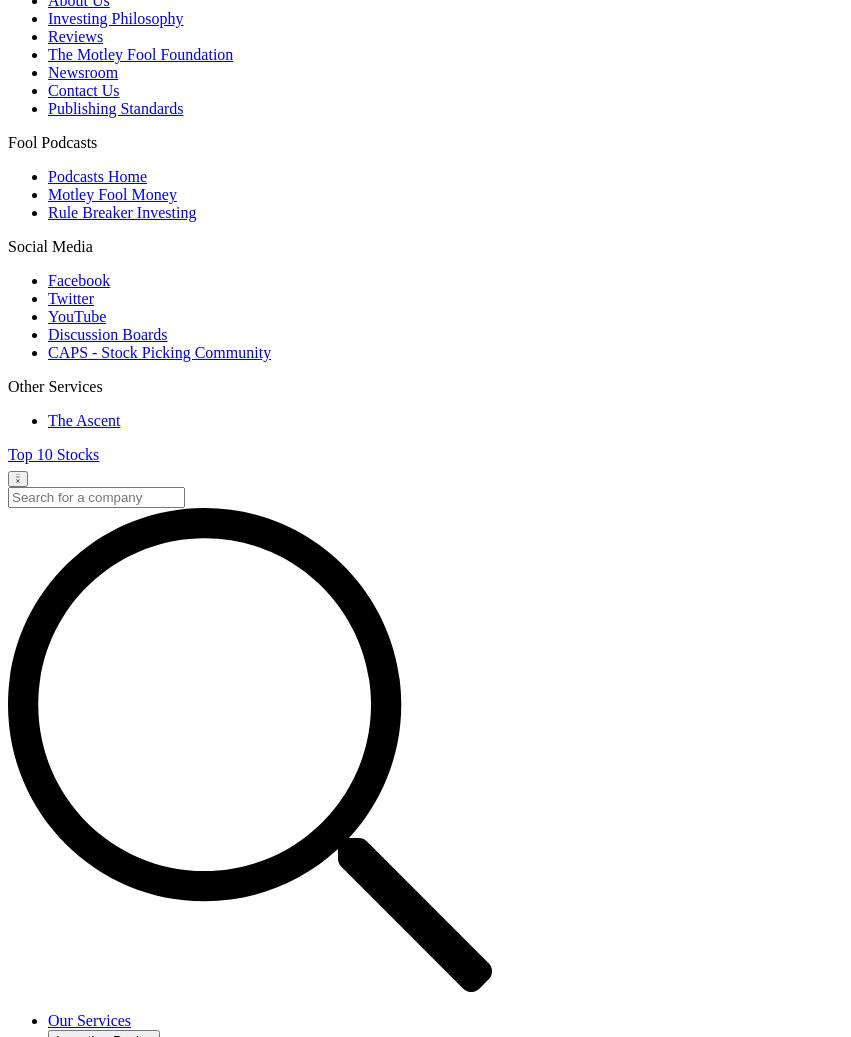 This screenshot has width=851, height=1037. Describe the element at coordinates (110, 193) in the screenshot. I see `'Motley Fool Money'` at that location.